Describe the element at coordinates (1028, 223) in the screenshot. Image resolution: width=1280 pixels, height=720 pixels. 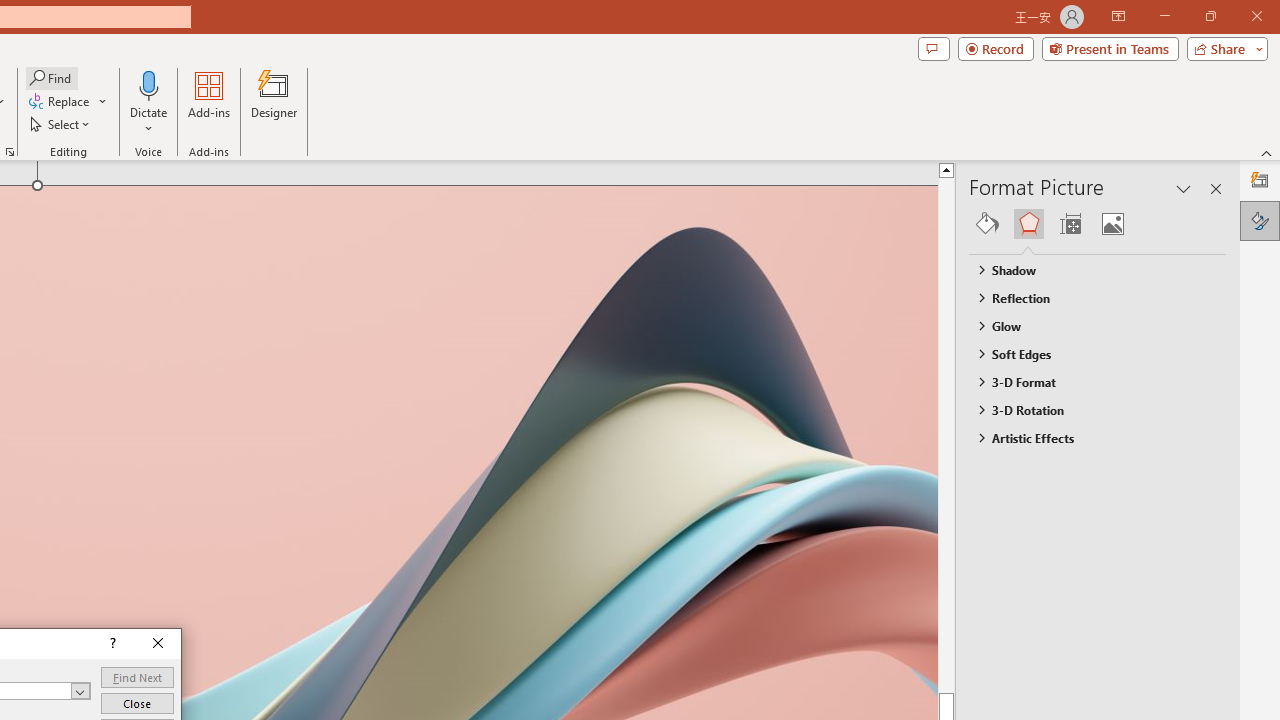
I see `'Effects'` at that location.